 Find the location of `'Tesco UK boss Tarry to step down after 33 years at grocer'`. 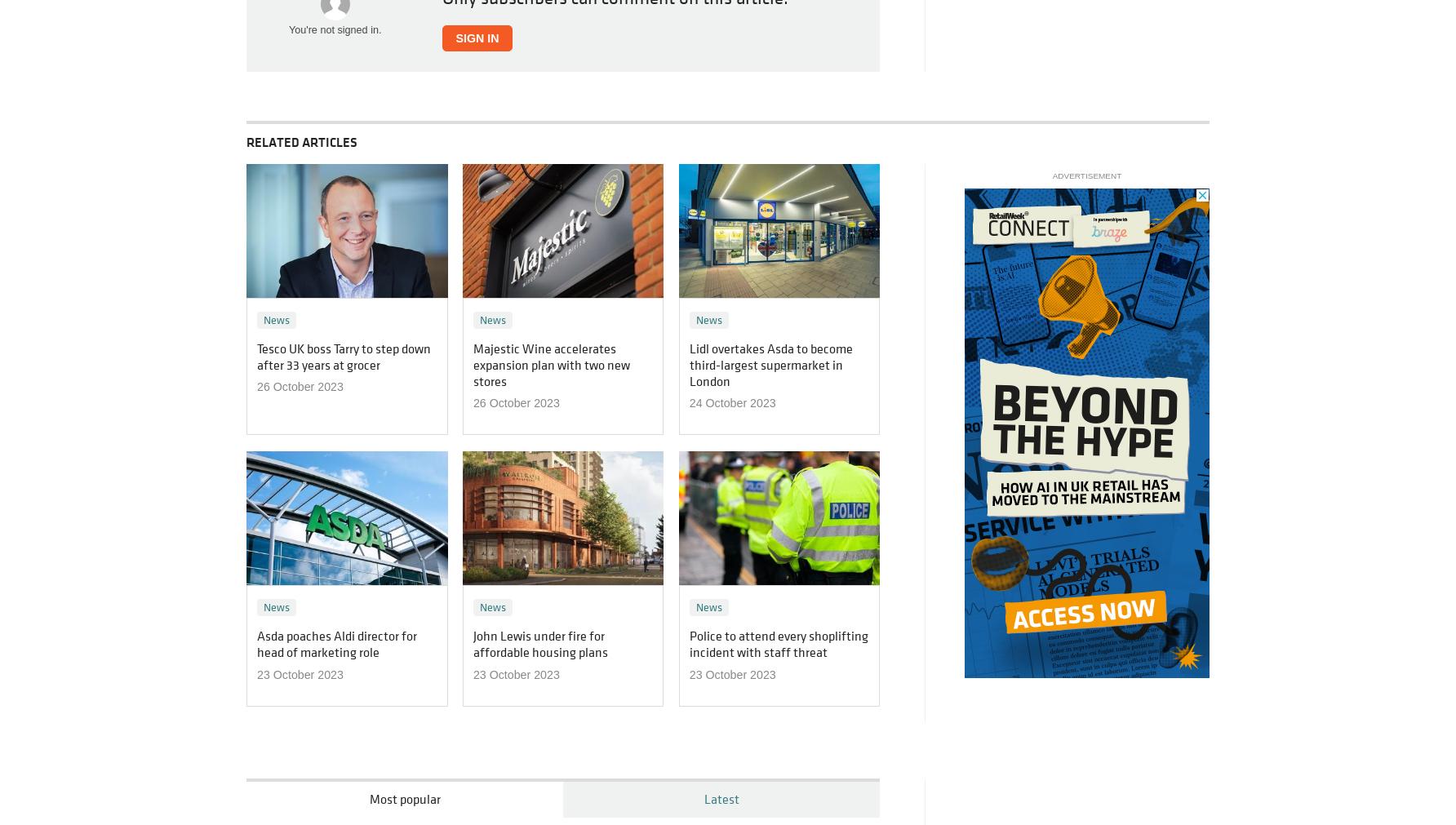

'Tesco UK boss Tarry to step down after 33 years at grocer' is located at coordinates (257, 355).